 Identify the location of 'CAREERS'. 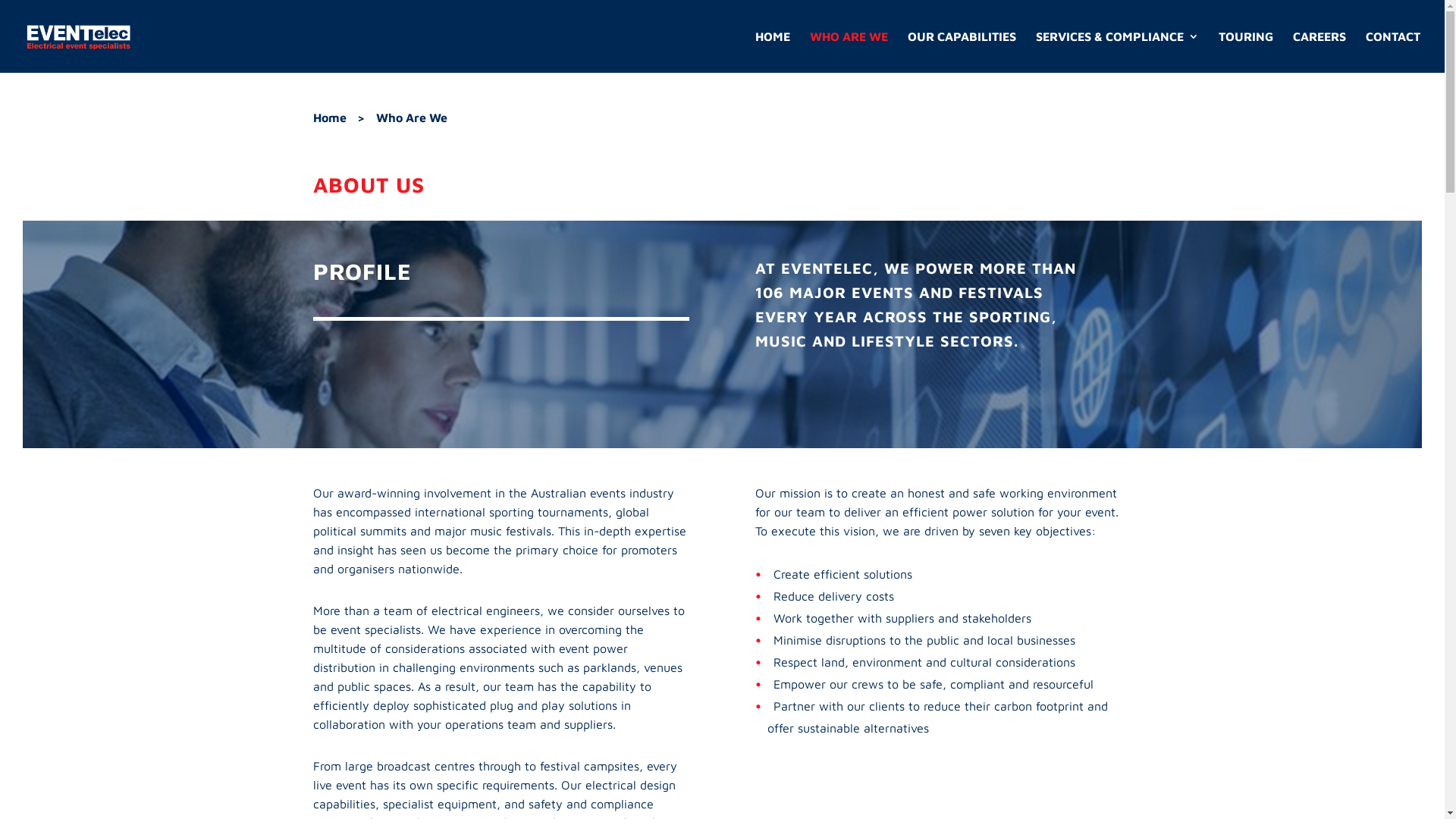
(1291, 51).